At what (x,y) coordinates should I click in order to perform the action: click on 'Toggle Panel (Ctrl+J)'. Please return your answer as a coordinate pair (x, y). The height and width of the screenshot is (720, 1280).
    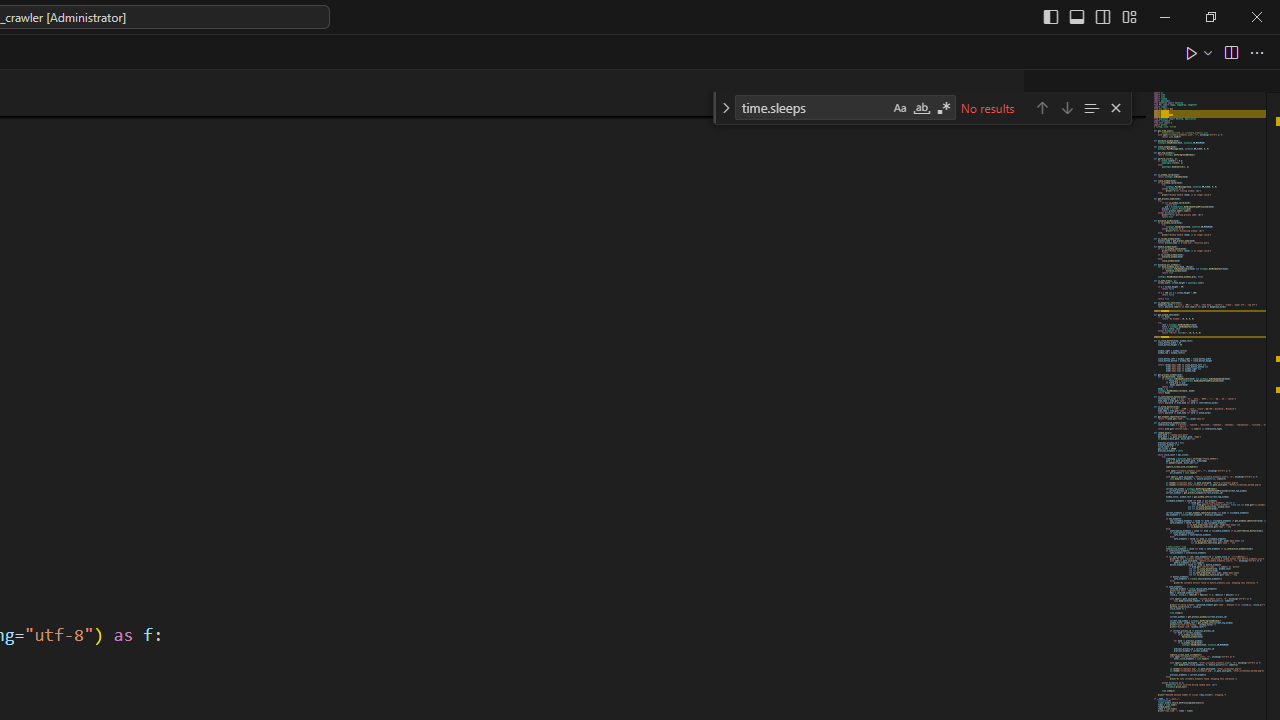
    Looking at the image, I should click on (1076, 16).